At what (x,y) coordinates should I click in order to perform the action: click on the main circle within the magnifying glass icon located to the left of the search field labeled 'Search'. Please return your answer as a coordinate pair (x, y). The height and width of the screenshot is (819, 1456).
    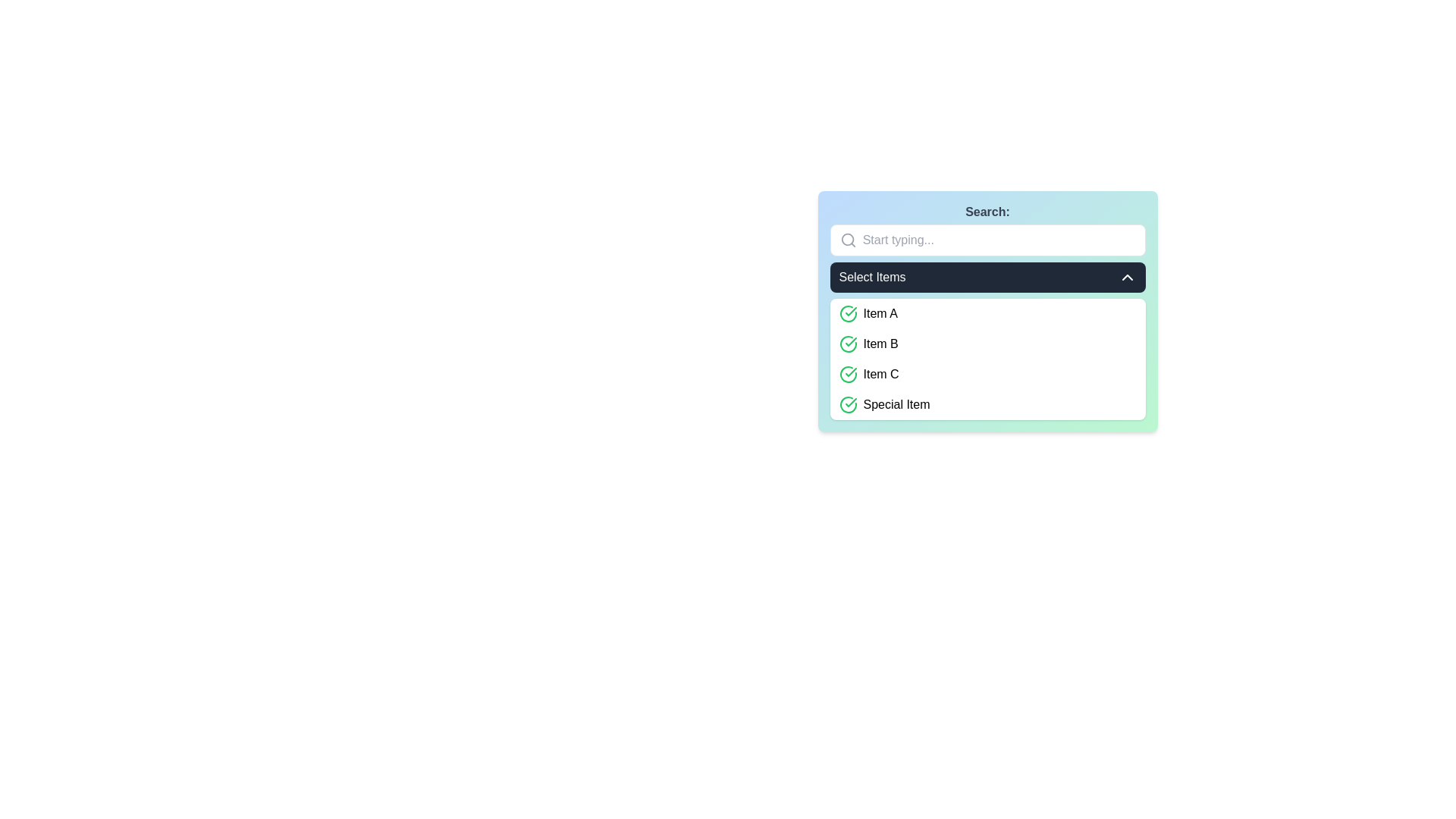
    Looking at the image, I should click on (846, 239).